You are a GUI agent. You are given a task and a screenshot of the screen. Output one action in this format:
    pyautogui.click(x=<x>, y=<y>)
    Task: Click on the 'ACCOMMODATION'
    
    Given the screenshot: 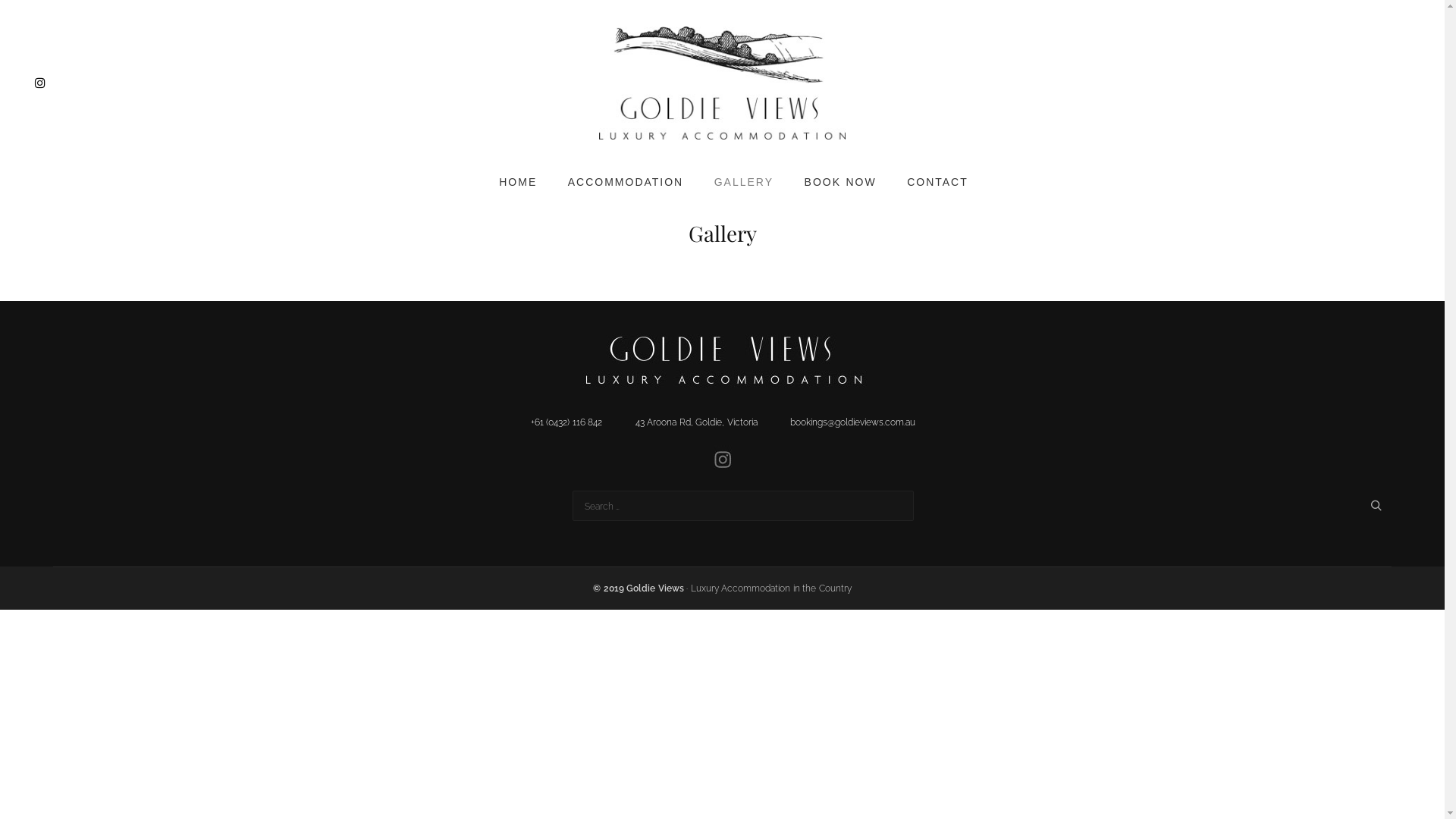 What is the action you would take?
    pyautogui.click(x=626, y=180)
    